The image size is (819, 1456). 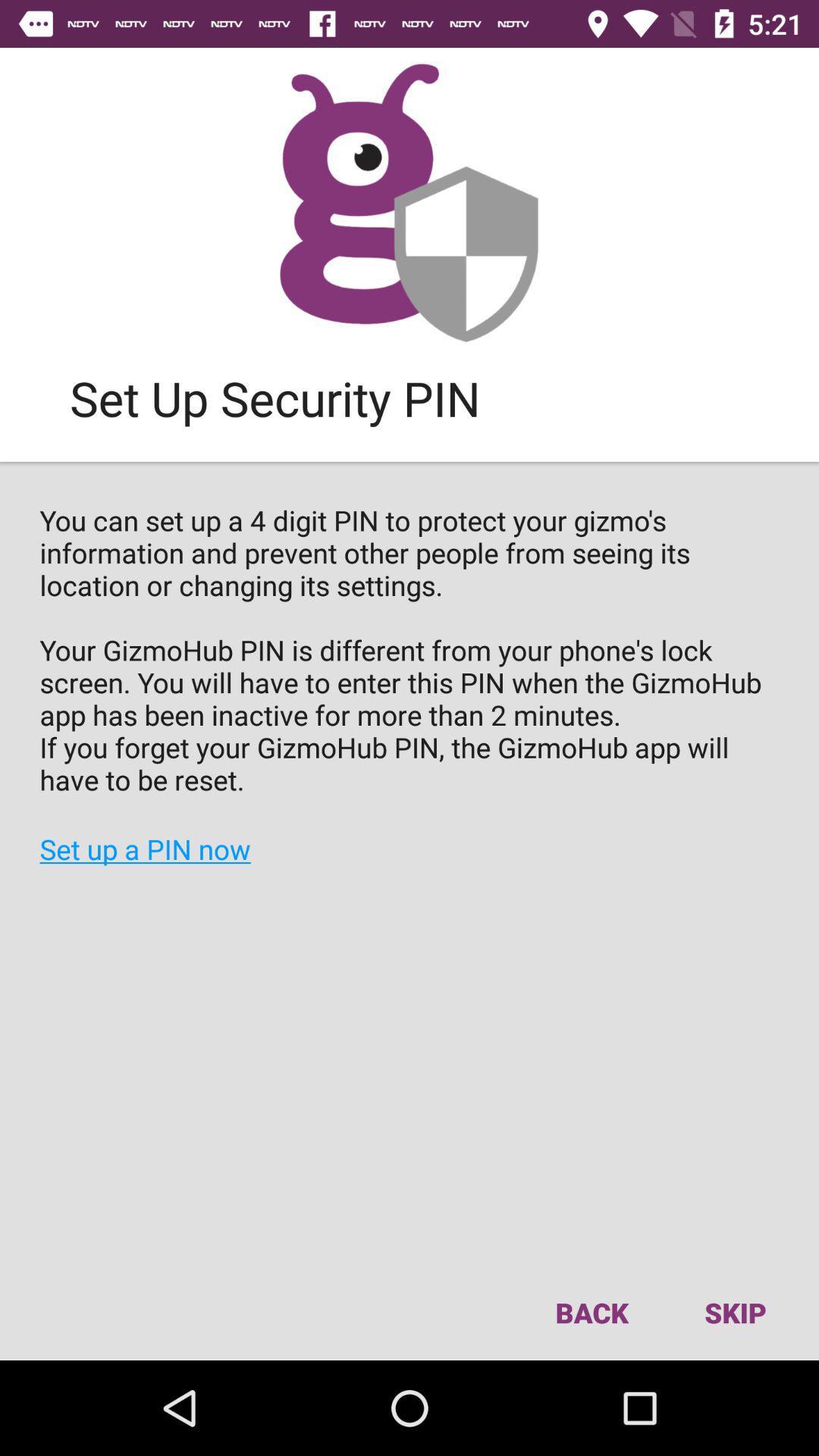 I want to click on icon to the left of the skip item, so click(x=591, y=1312).